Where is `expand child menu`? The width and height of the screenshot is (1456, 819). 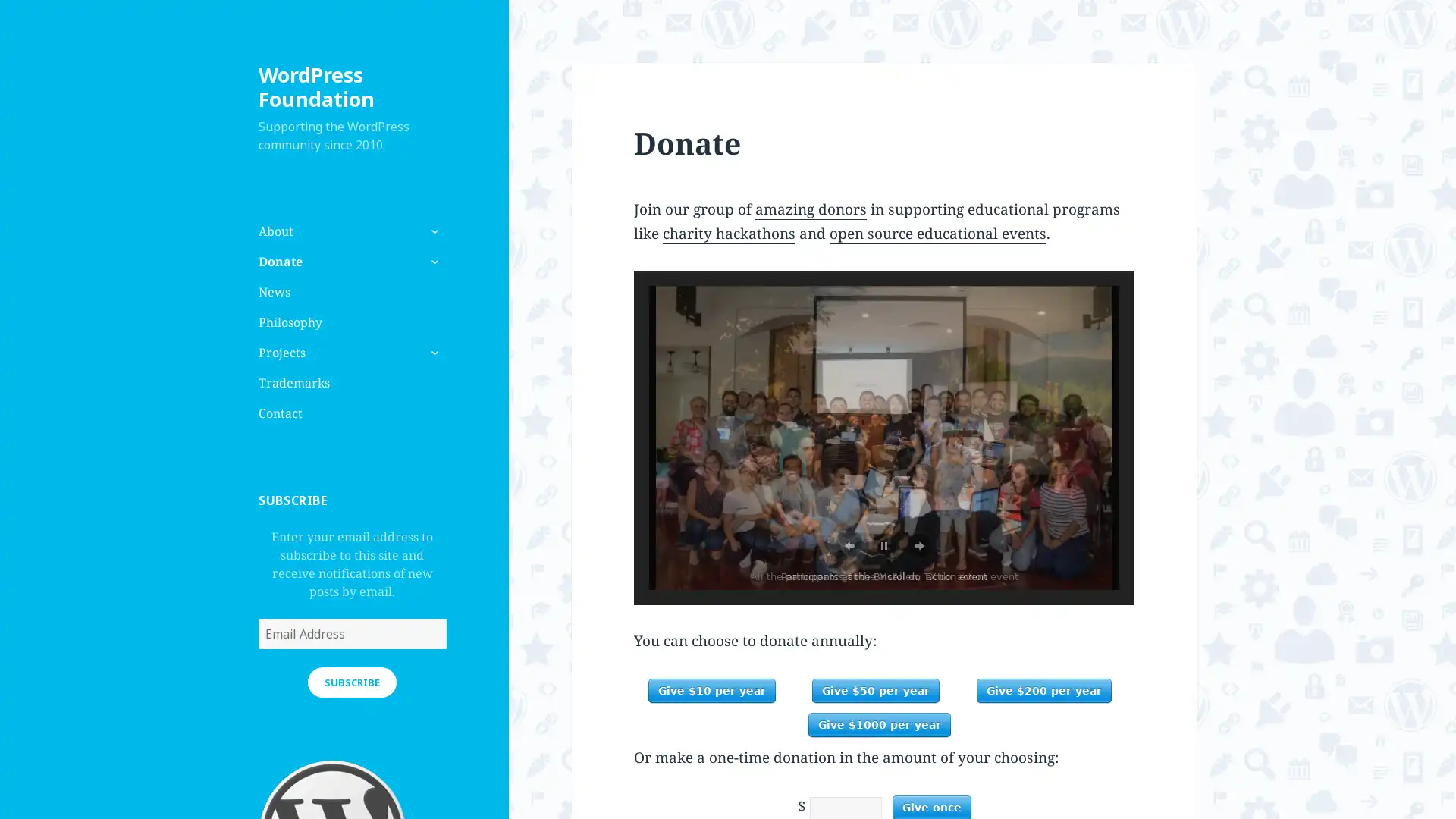
expand child menu is located at coordinates (432, 260).